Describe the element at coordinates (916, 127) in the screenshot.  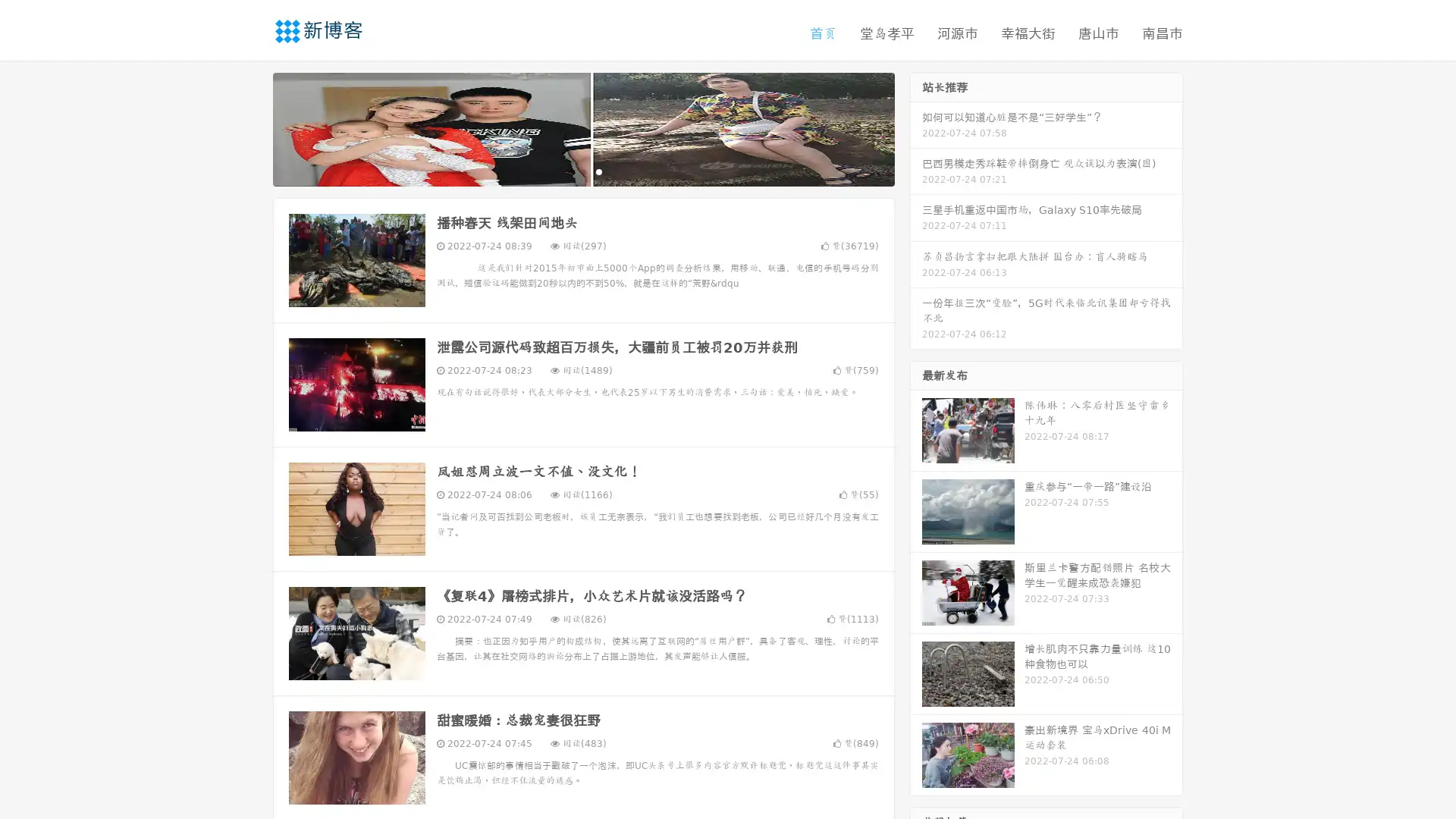
I see `Next slide` at that location.